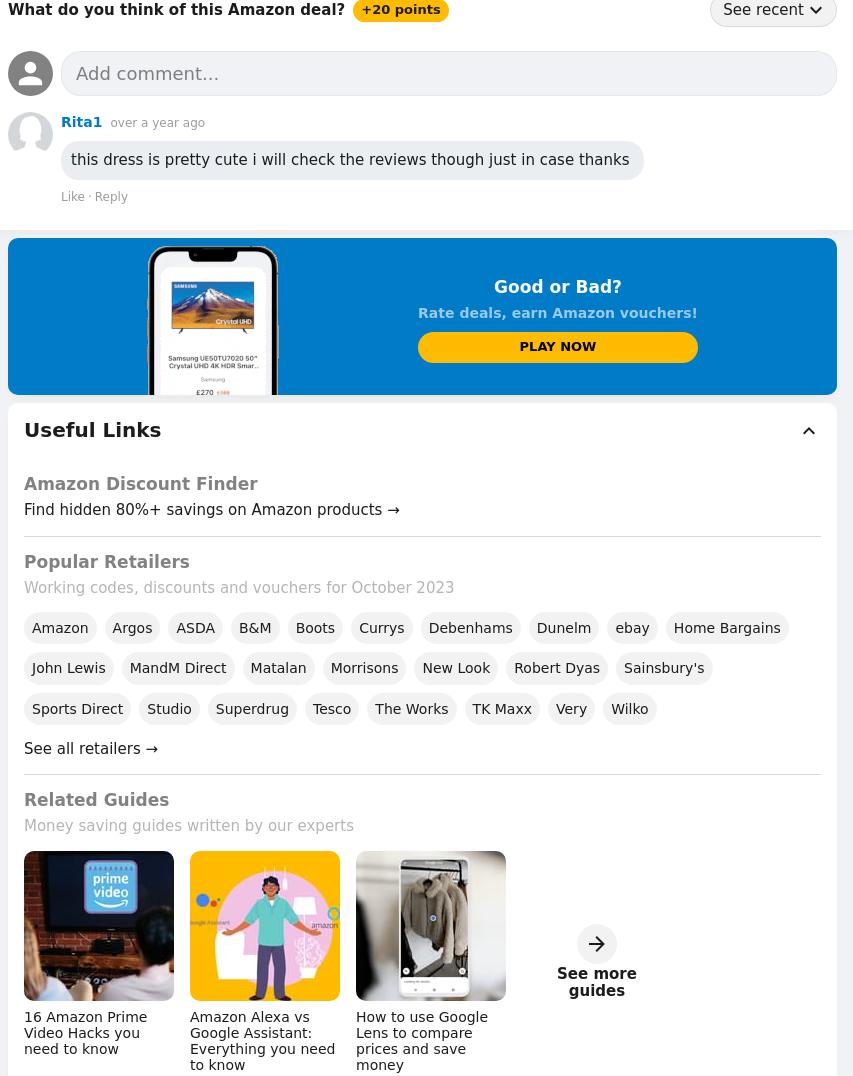 This screenshot has height=1076, width=853. Describe the element at coordinates (351, 160) in the screenshot. I see `'this dress is pretty cute i will check the reviews though just in case thanks'` at that location.